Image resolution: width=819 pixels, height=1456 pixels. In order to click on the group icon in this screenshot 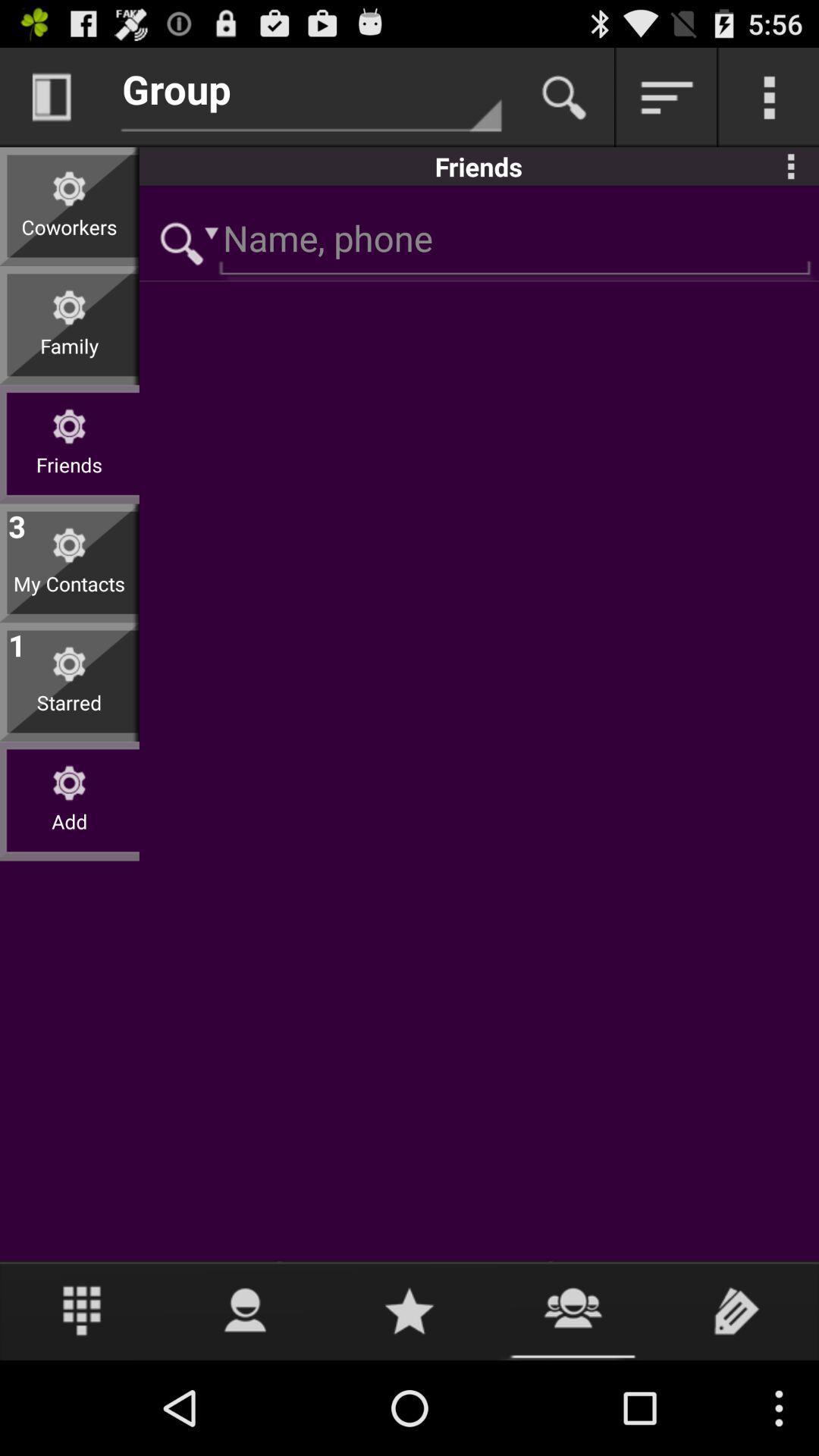, I will do `click(573, 1401)`.